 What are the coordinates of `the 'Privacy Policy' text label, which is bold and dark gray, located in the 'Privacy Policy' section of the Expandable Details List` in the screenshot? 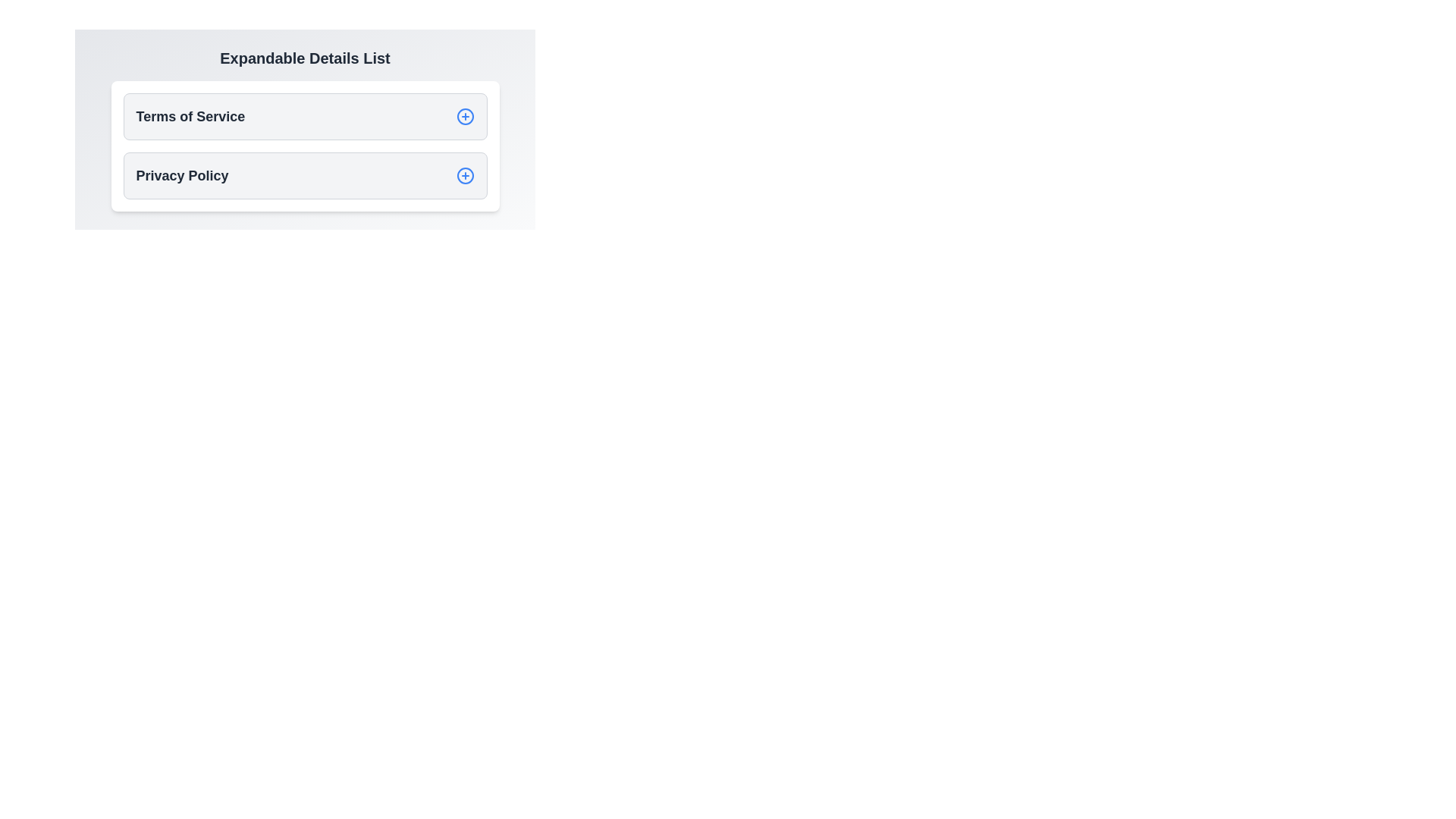 It's located at (182, 174).